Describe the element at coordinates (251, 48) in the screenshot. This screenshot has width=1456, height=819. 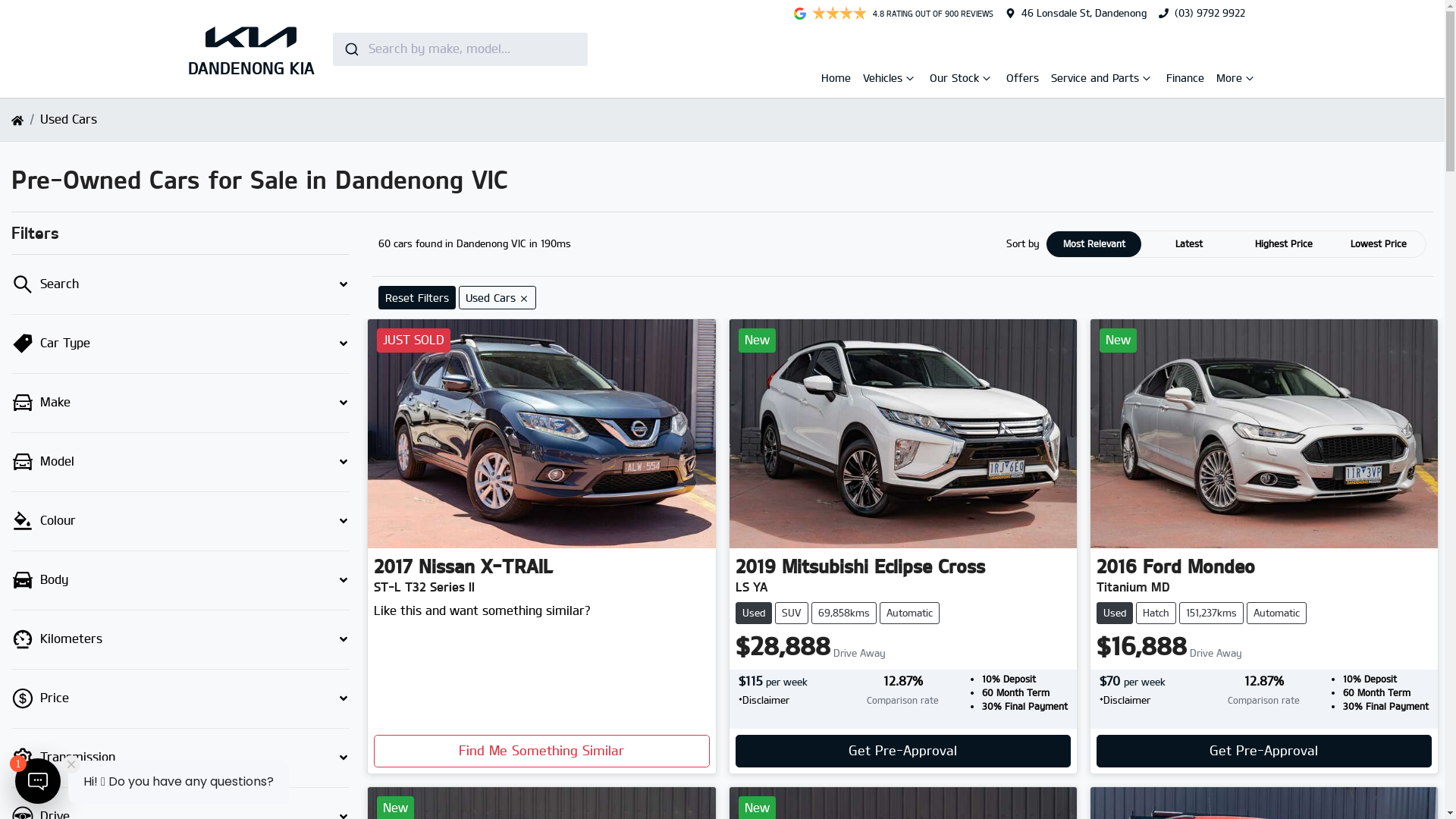
I see `'DANDENONG KIA'` at that location.